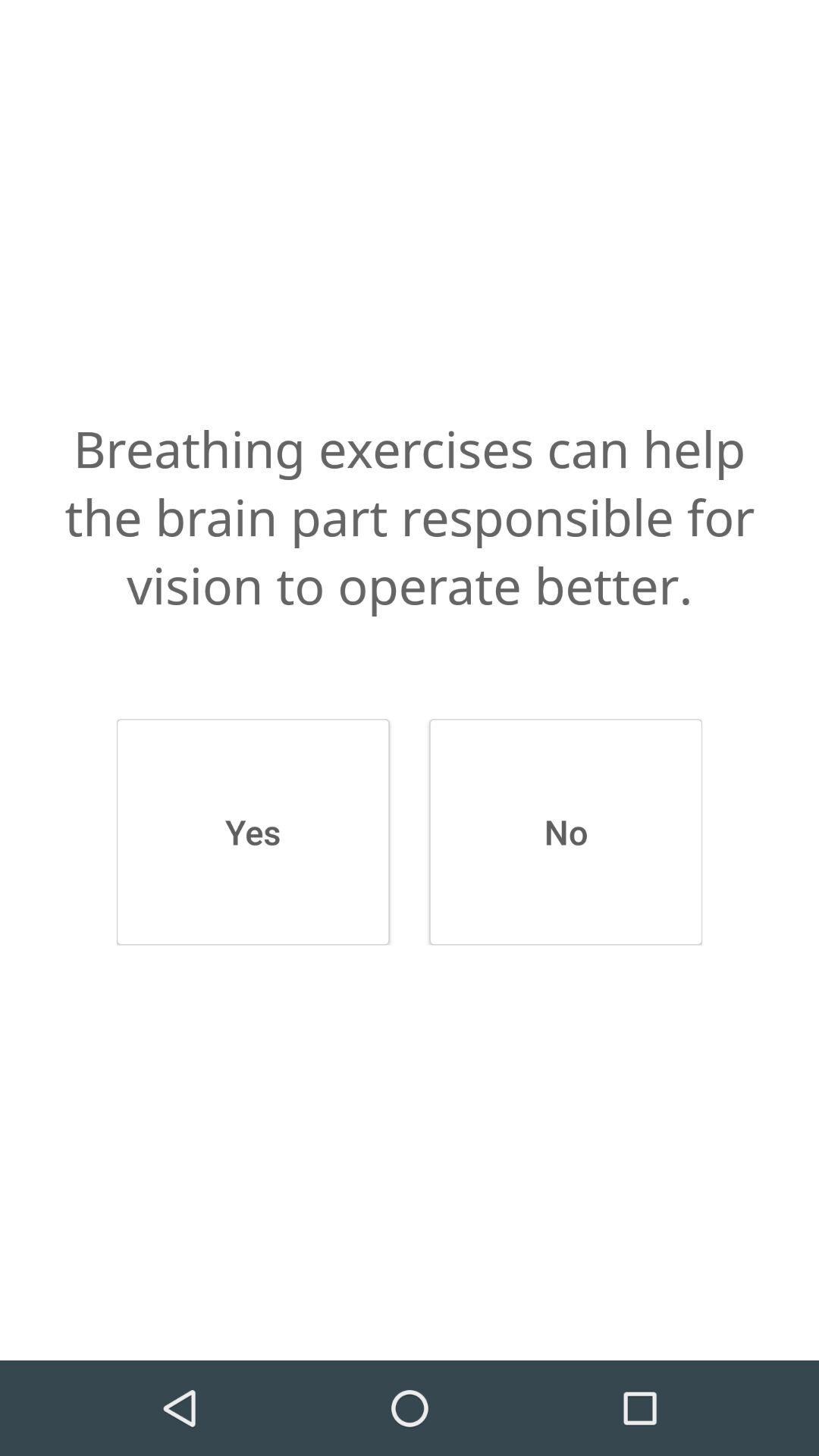 This screenshot has height=1456, width=819. What do you see at coordinates (566, 831) in the screenshot?
I see `the icon below the breathing exercises can item` at bounding box center [566, 831].